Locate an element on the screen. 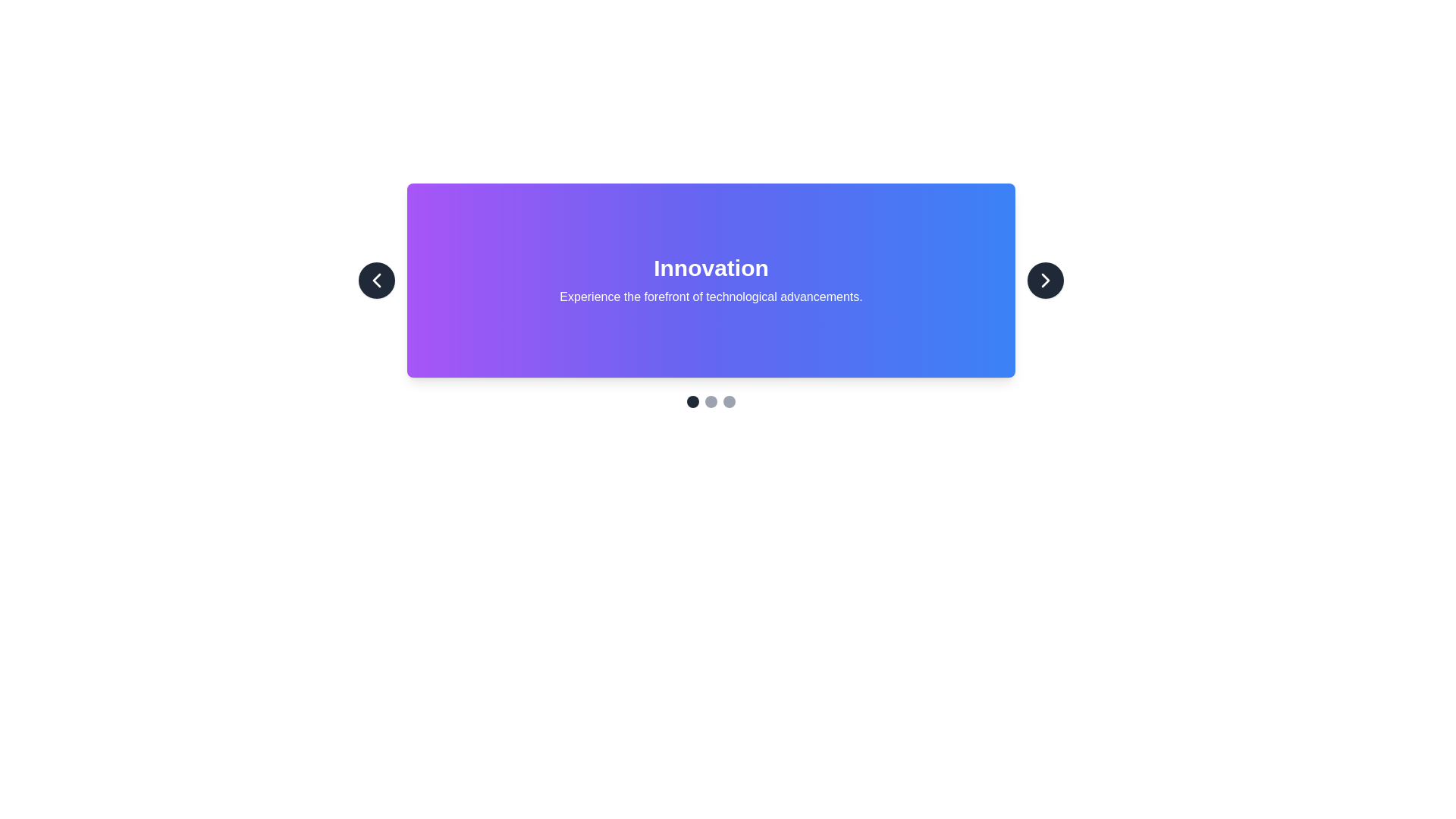  the leftward-pointing chevron arrow button within a circular dark button is located at coordinates (377, 281).